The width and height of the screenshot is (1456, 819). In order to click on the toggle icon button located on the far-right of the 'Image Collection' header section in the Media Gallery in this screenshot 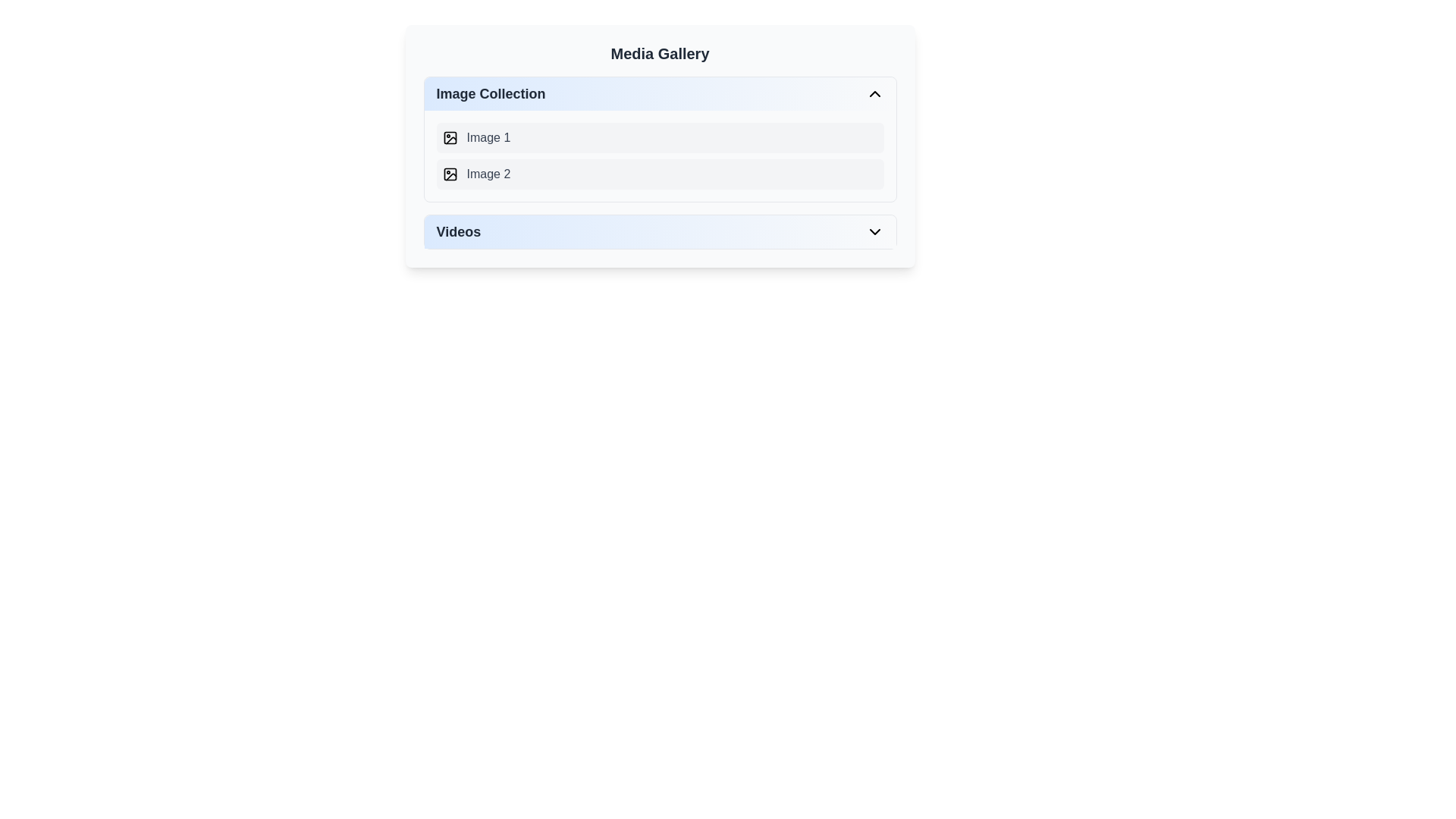, I will do `click(874, 93)`.